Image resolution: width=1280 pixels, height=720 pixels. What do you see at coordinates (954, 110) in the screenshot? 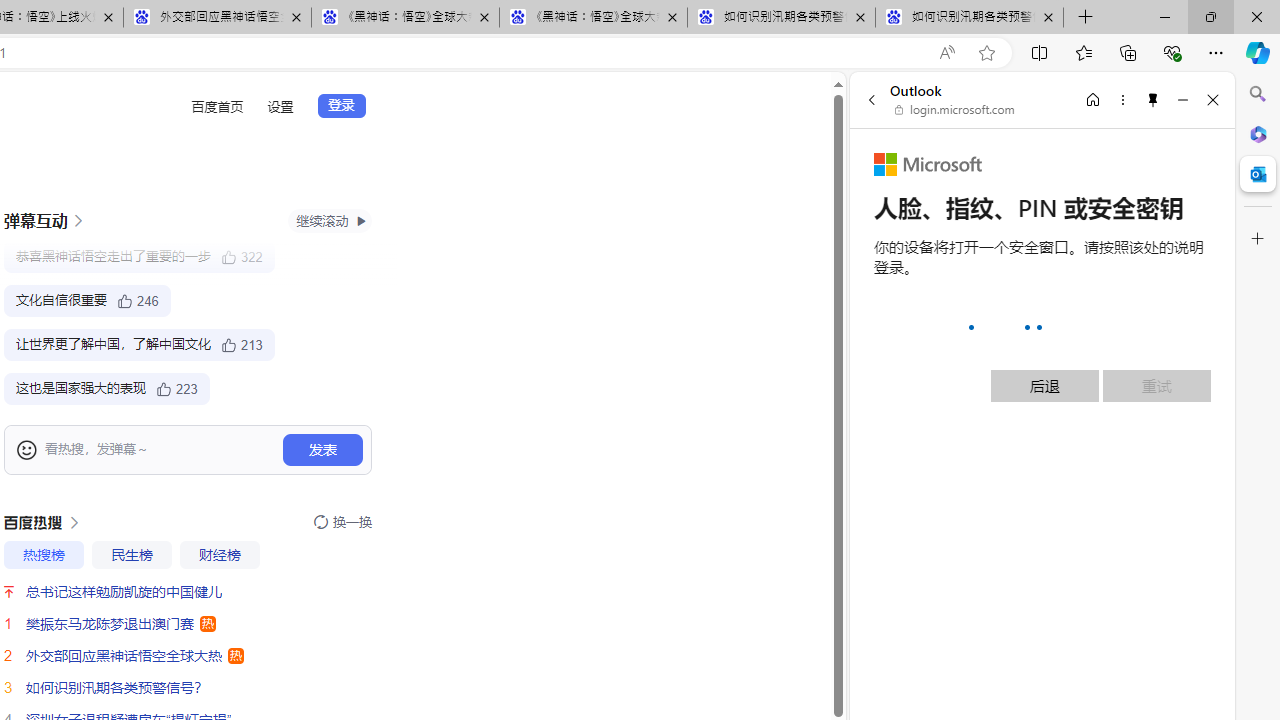
I see `'login.microsoft.com'` at bounding box center [954, 110].